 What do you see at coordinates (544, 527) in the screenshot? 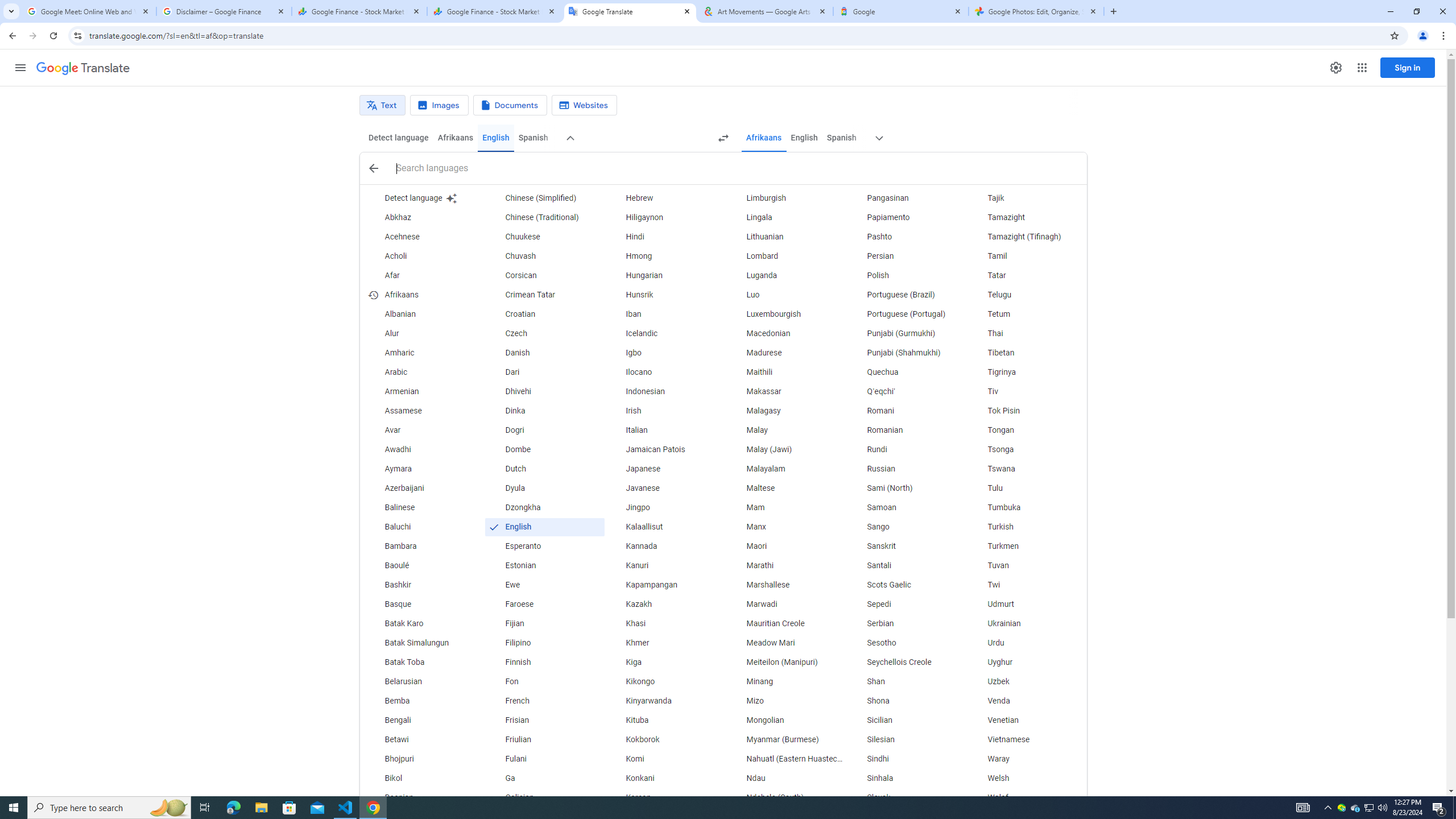
I see `'English (recently used language)'` at bounding box center [544, 527].